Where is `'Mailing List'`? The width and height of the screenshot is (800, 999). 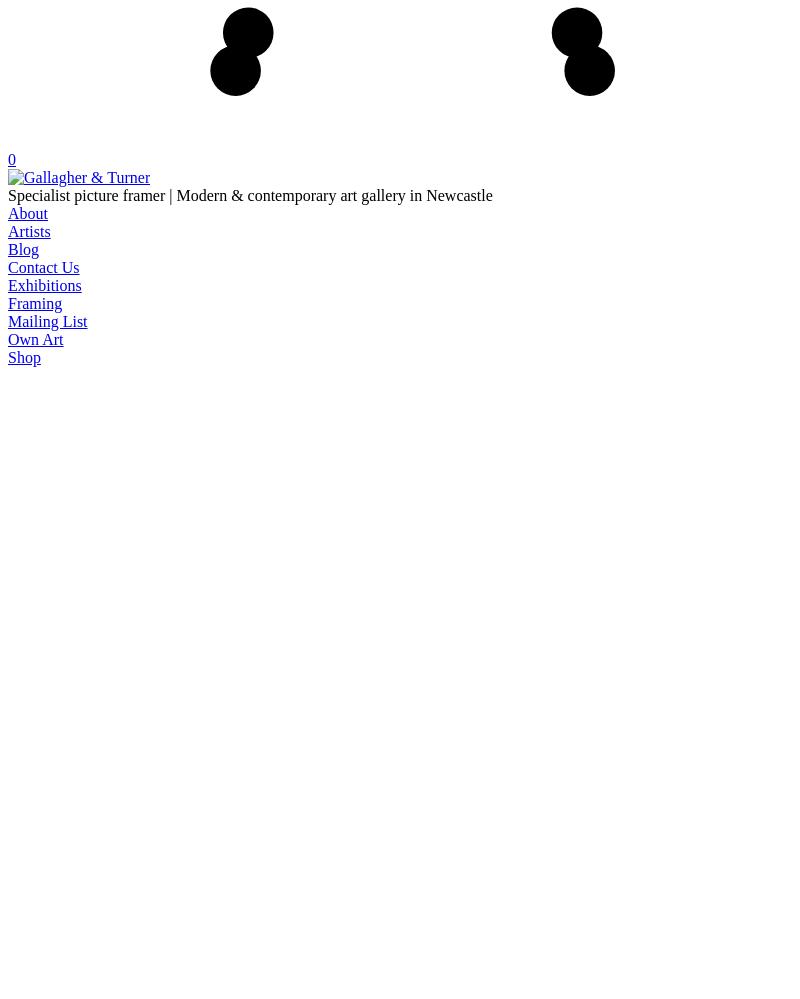 'Mailing List' is located at coordinates (46, 319).